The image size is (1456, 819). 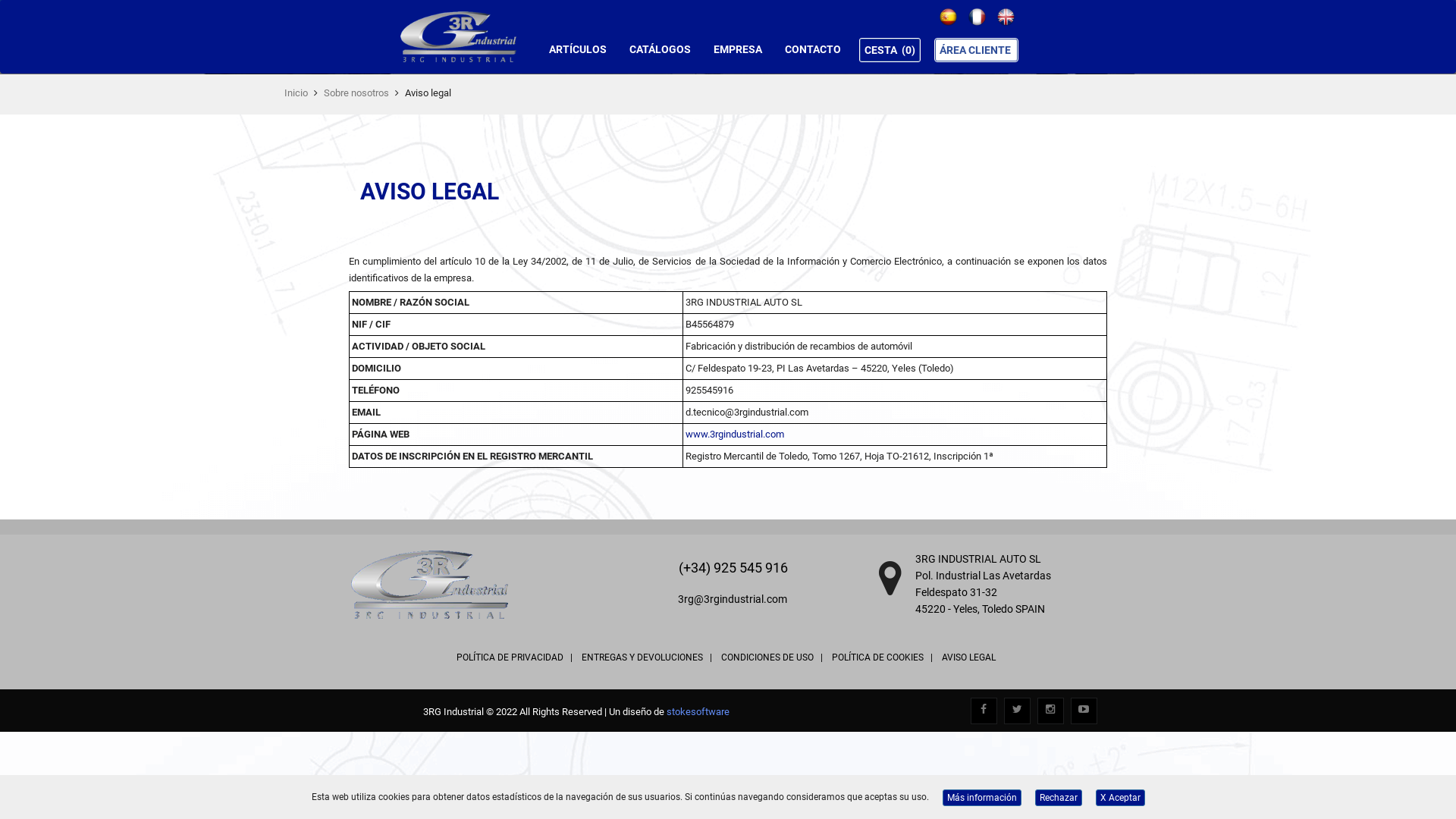 I want to click on '  CONDICIONES DE USO   |  ', so click(x=771, y=657).